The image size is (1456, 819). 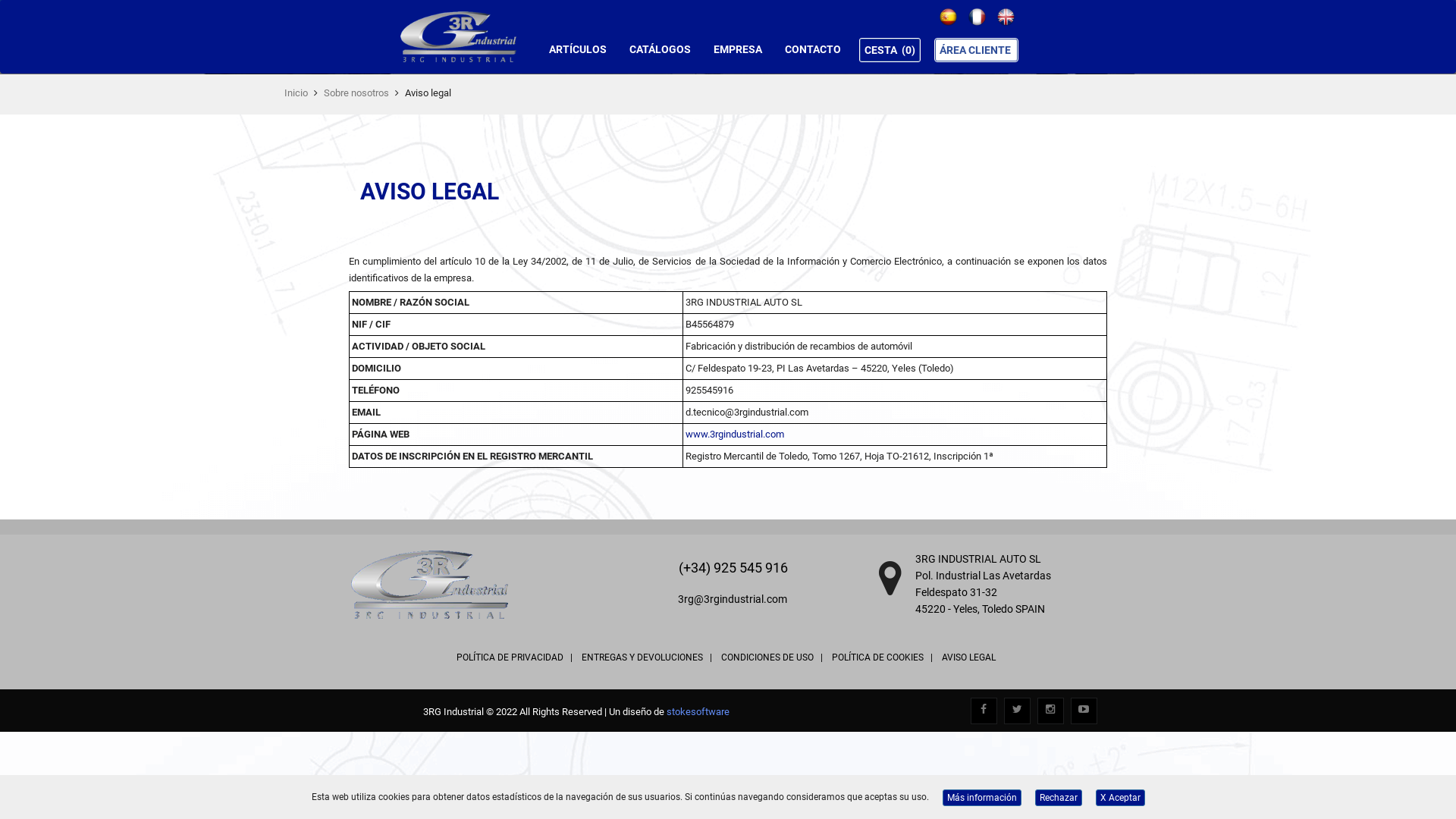 I want to click on '  CONDICIONES DE USO   |  ', so click(x=771, y=657).